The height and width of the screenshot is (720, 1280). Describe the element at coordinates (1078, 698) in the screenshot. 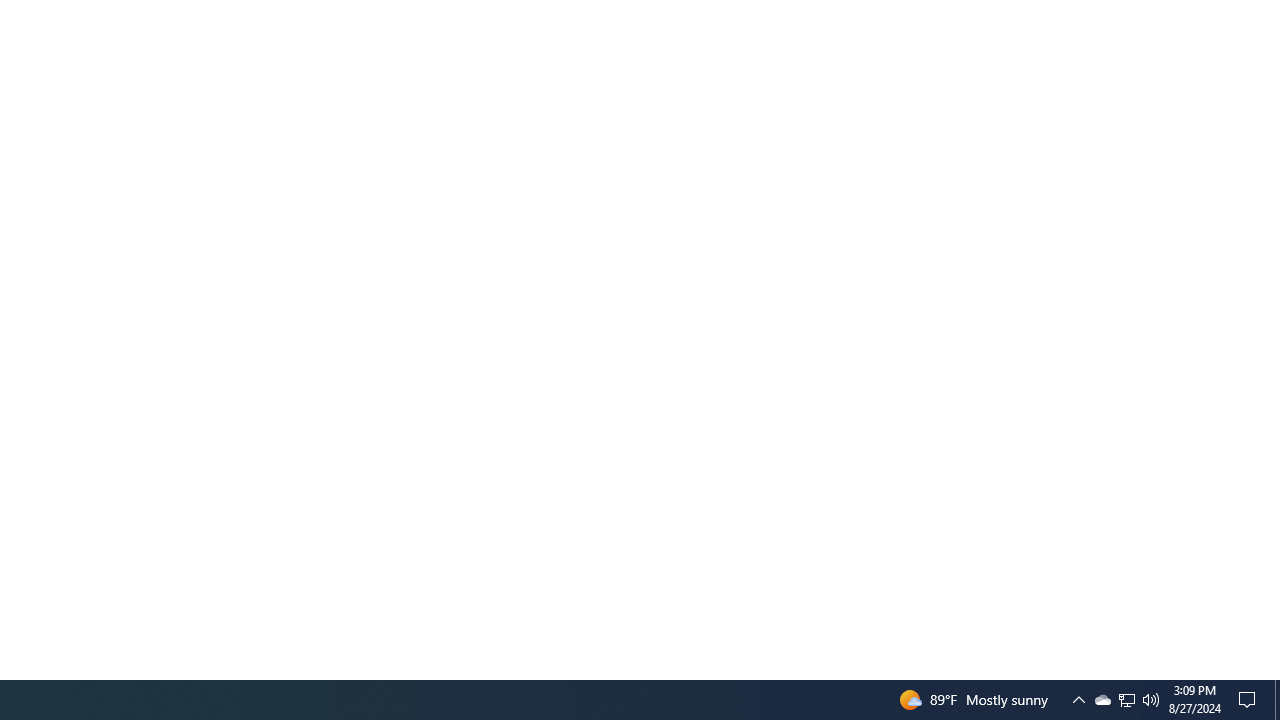

I see `'Notification Chevron'` at that location.